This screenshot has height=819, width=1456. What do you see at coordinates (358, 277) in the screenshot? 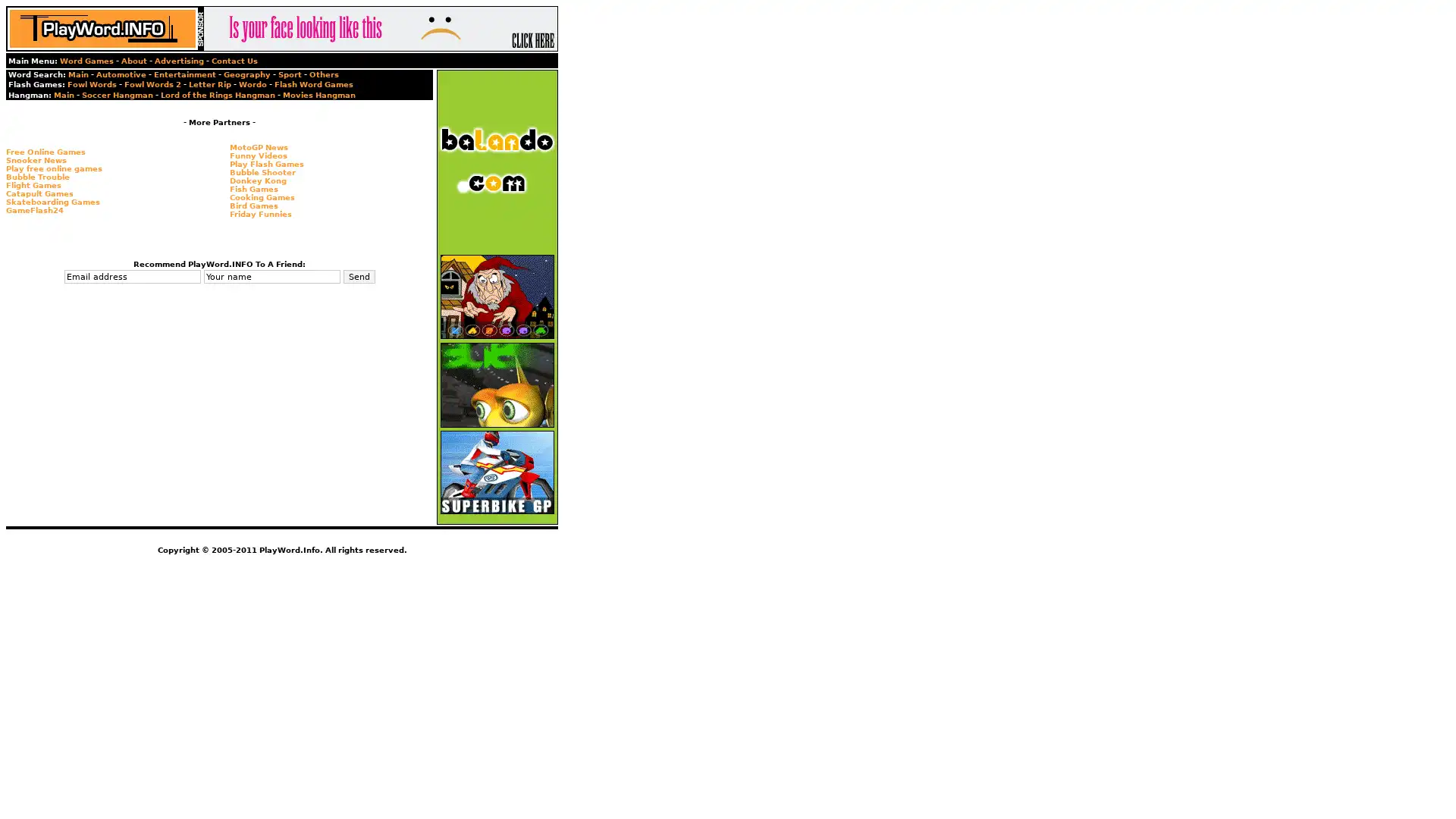
I see `Send` at bounding box center [358, 277].